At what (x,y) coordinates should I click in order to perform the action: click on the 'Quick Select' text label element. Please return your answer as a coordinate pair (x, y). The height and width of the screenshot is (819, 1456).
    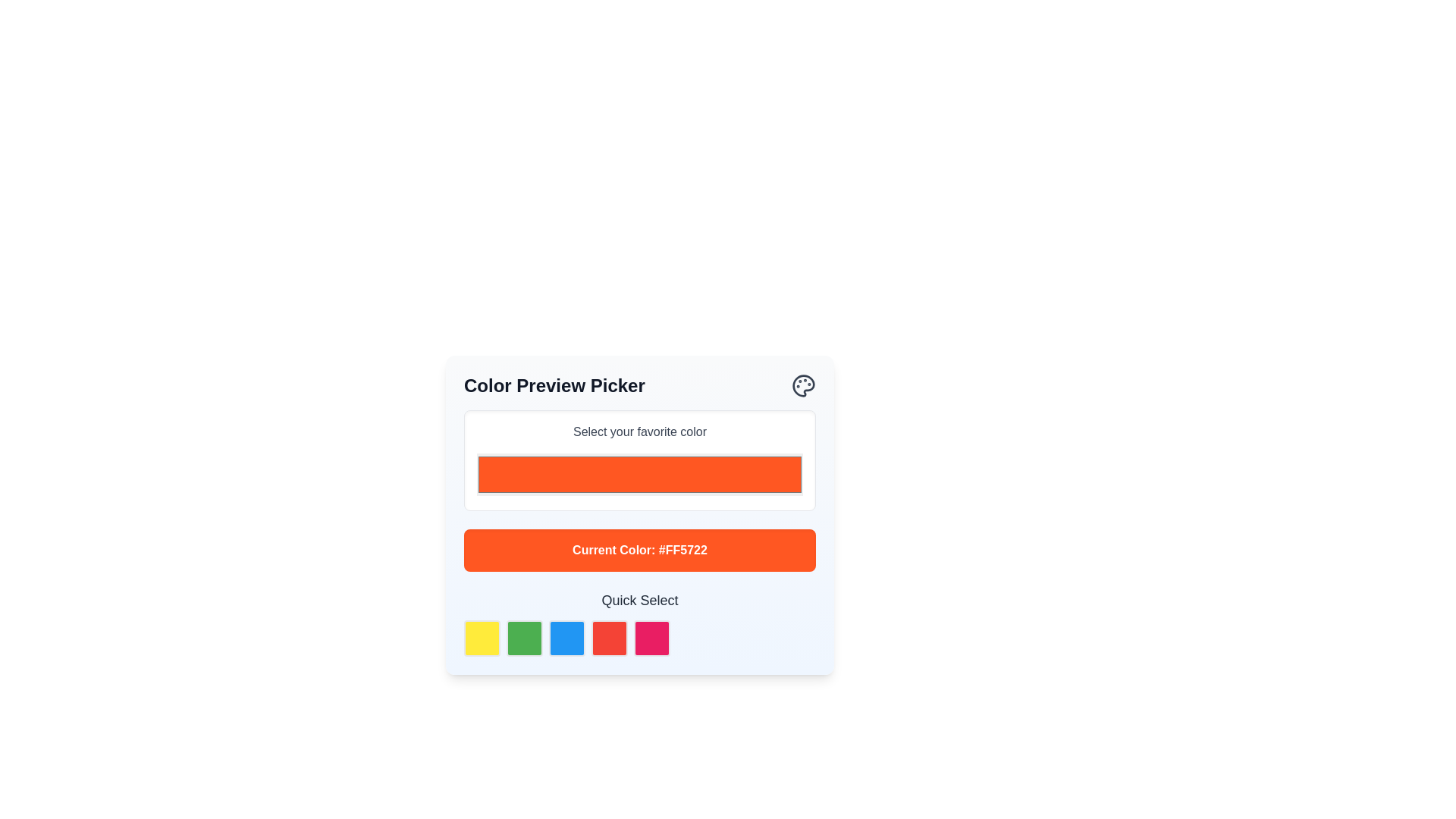
    Looking at the image, I should click on (640, 623).